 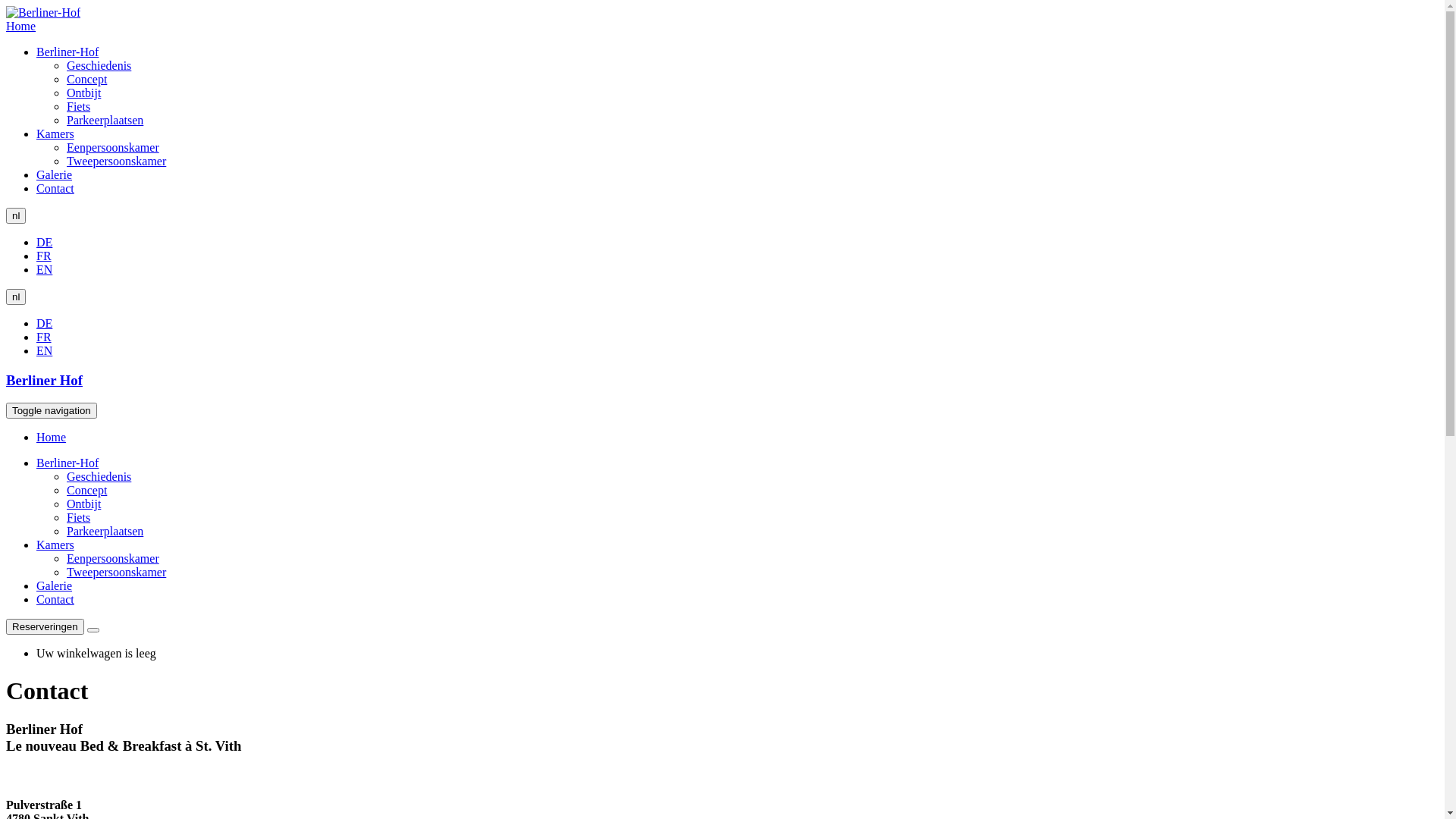 I want to click on 'Berliner-Hof', so click(x=67, y=462).